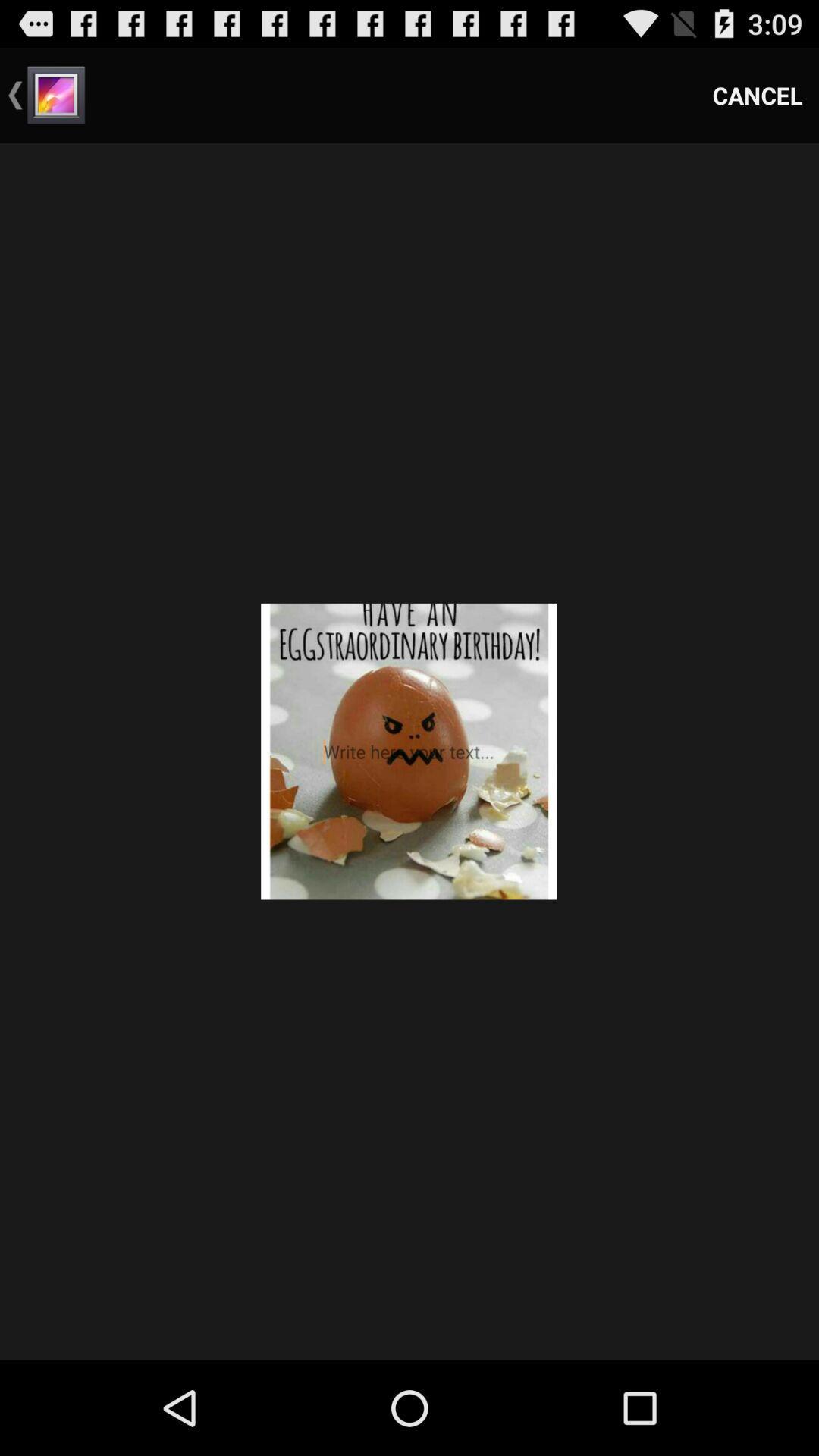  I want to click on the cancel, so click(758, 94).